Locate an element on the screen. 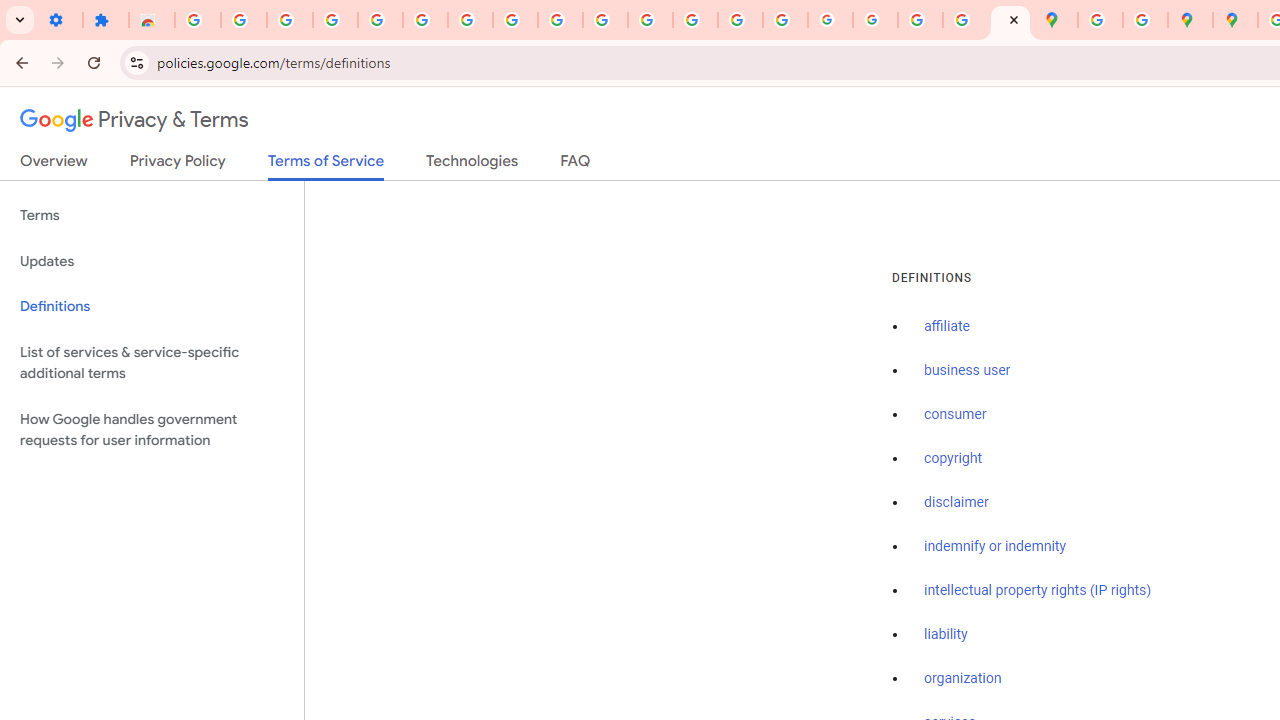 Image resolution: width=1280 pixels, height=720 pixels. 'indemnify or indemnity' is located at coordinates (995, 546).